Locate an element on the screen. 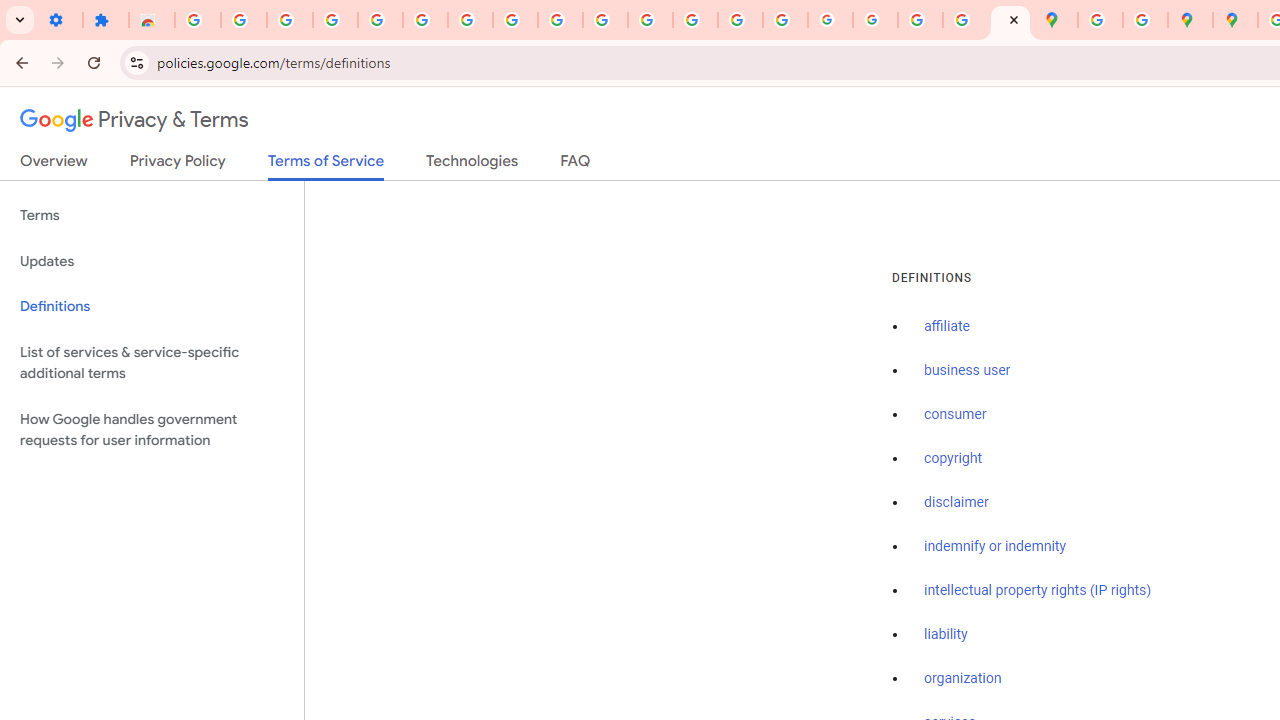 Image resolution: width=1280 pixels, height=720 pixels. 'indemnify or indemnity' is located at coordinates (995, 546).